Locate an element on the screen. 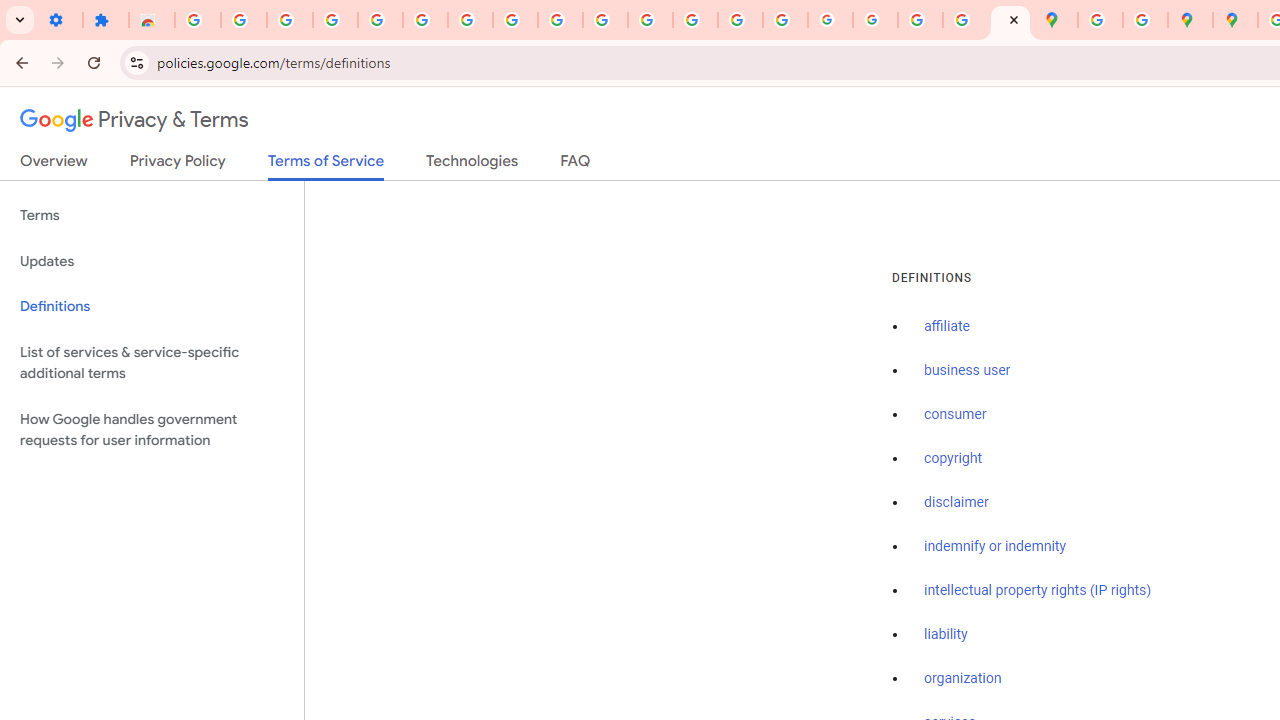 Image resolution: width=1280 pixels, height=720 pixels. 'indemnify or indemnity' is located at coordinates (995, 546).